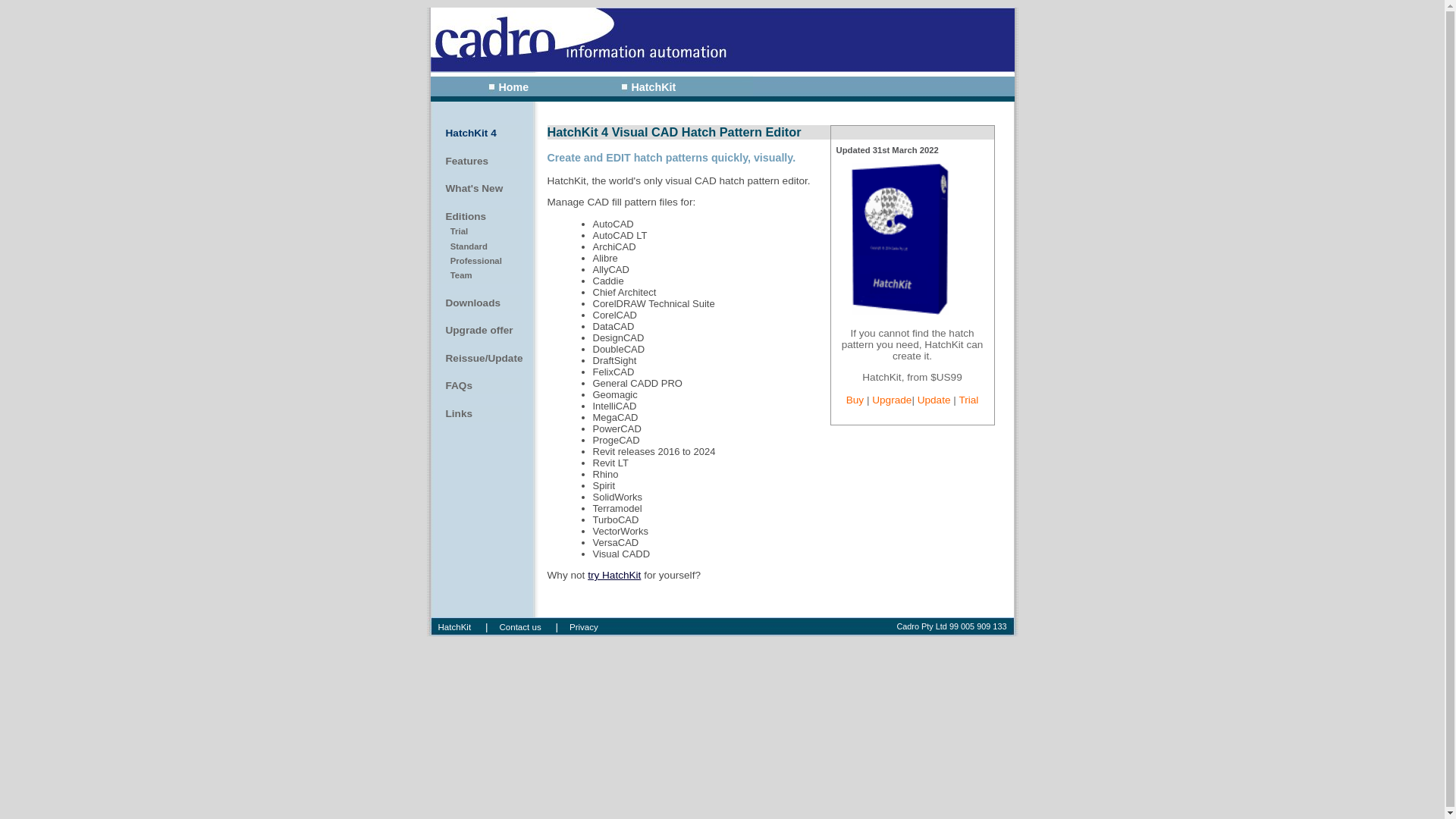  What do you see at coordinates (479, 161) in the screenshot?
I see `'Features'` at bounding box center [479, 161].